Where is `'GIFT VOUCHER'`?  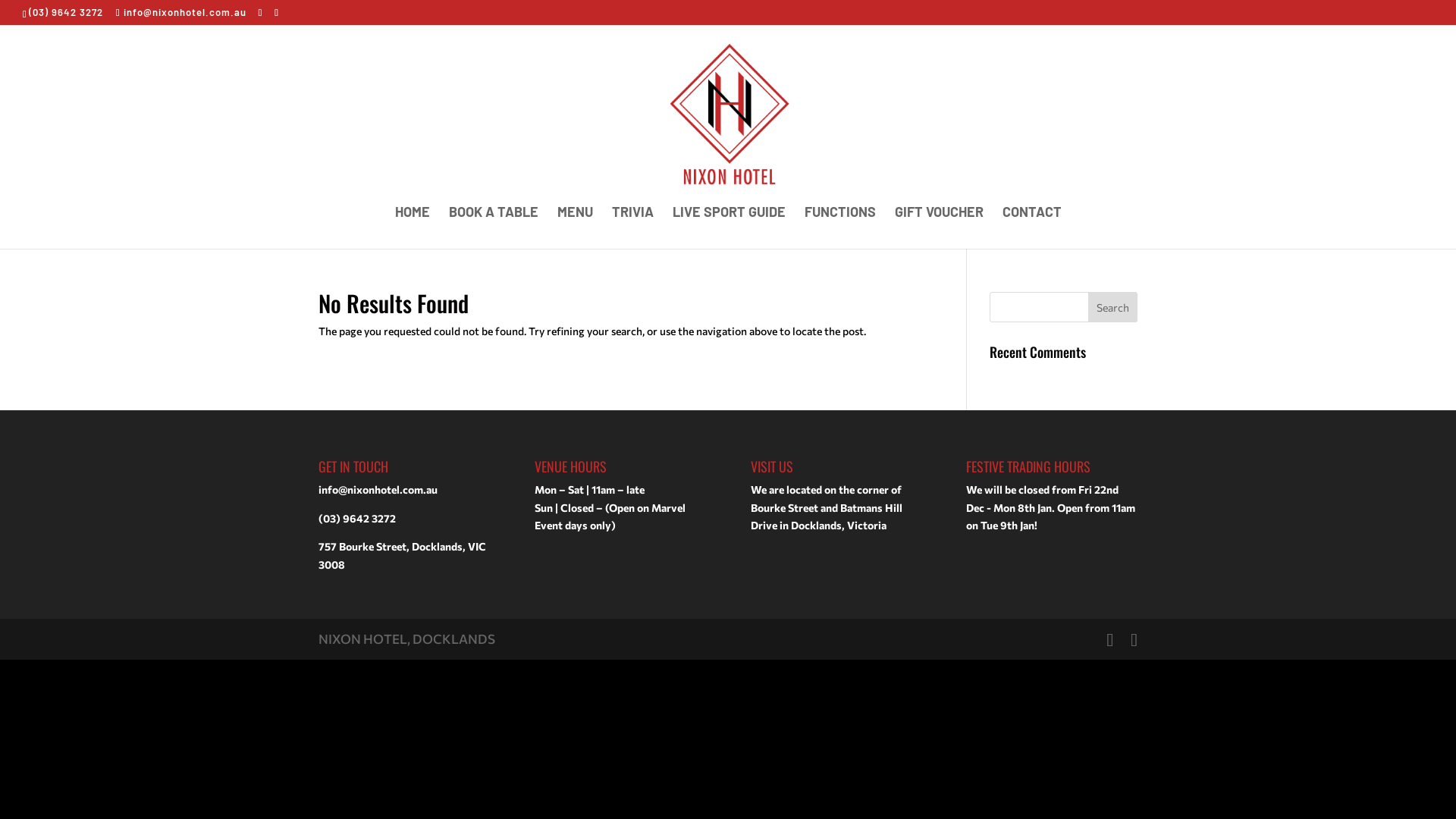 'GIFT VOUCHER' is located at coordinates (938, 227).